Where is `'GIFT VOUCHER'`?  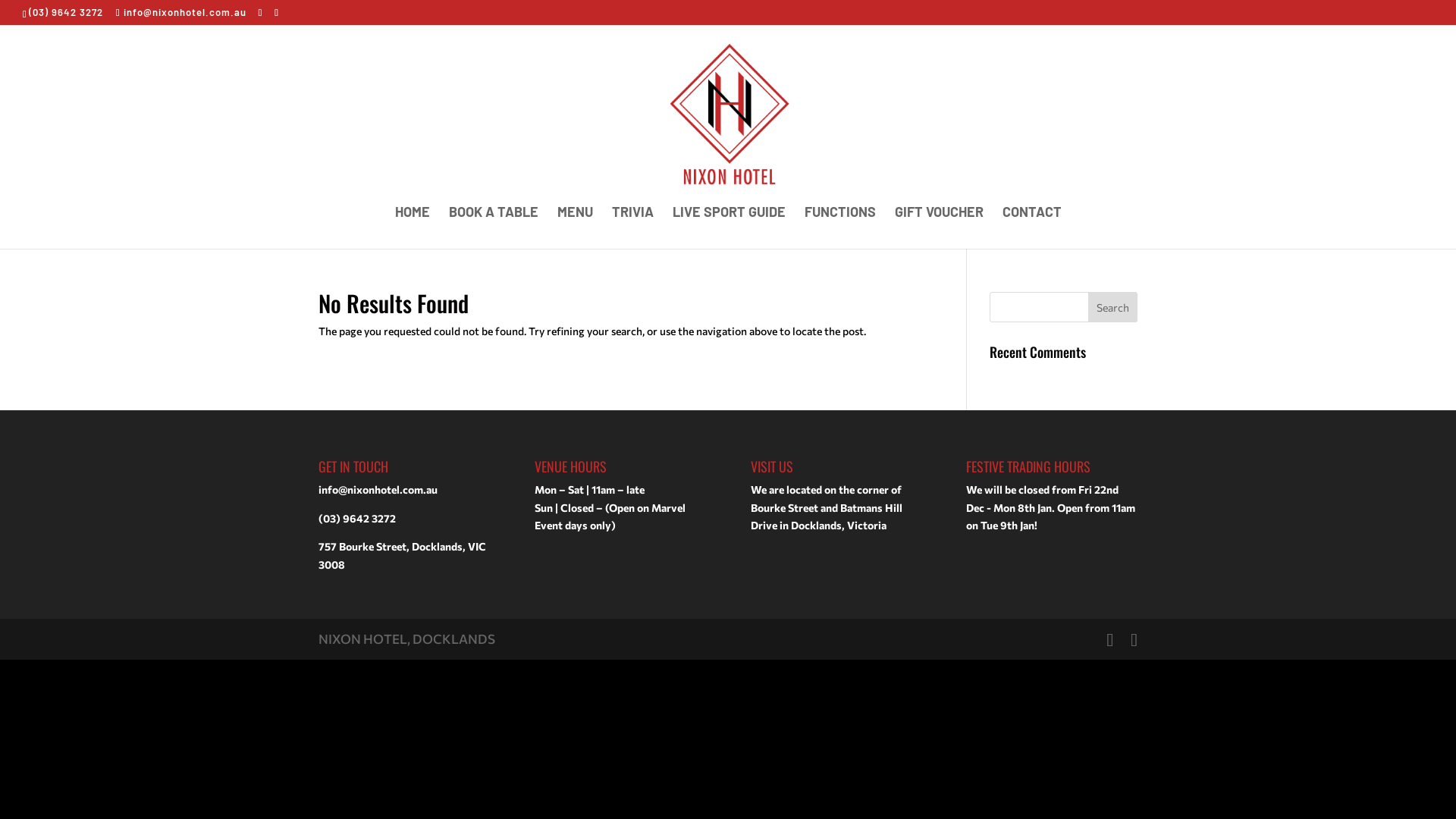 'GIFT VOUCHER' is located at coordinates (938, 227).